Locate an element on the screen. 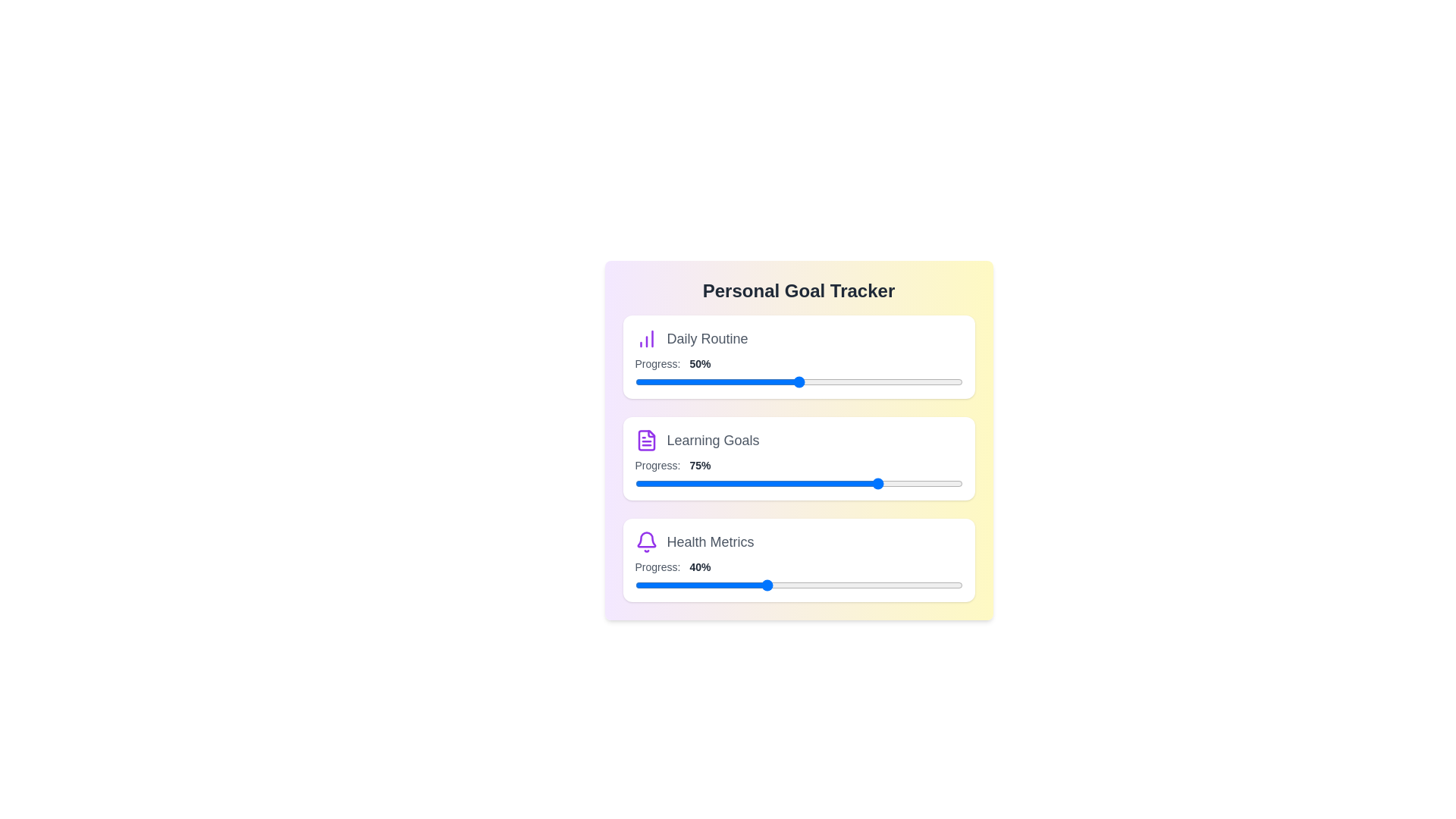 This screenshot has width=1456, height=819. the icon corresponding to Daily Routine is located at coordinates (646, 338).